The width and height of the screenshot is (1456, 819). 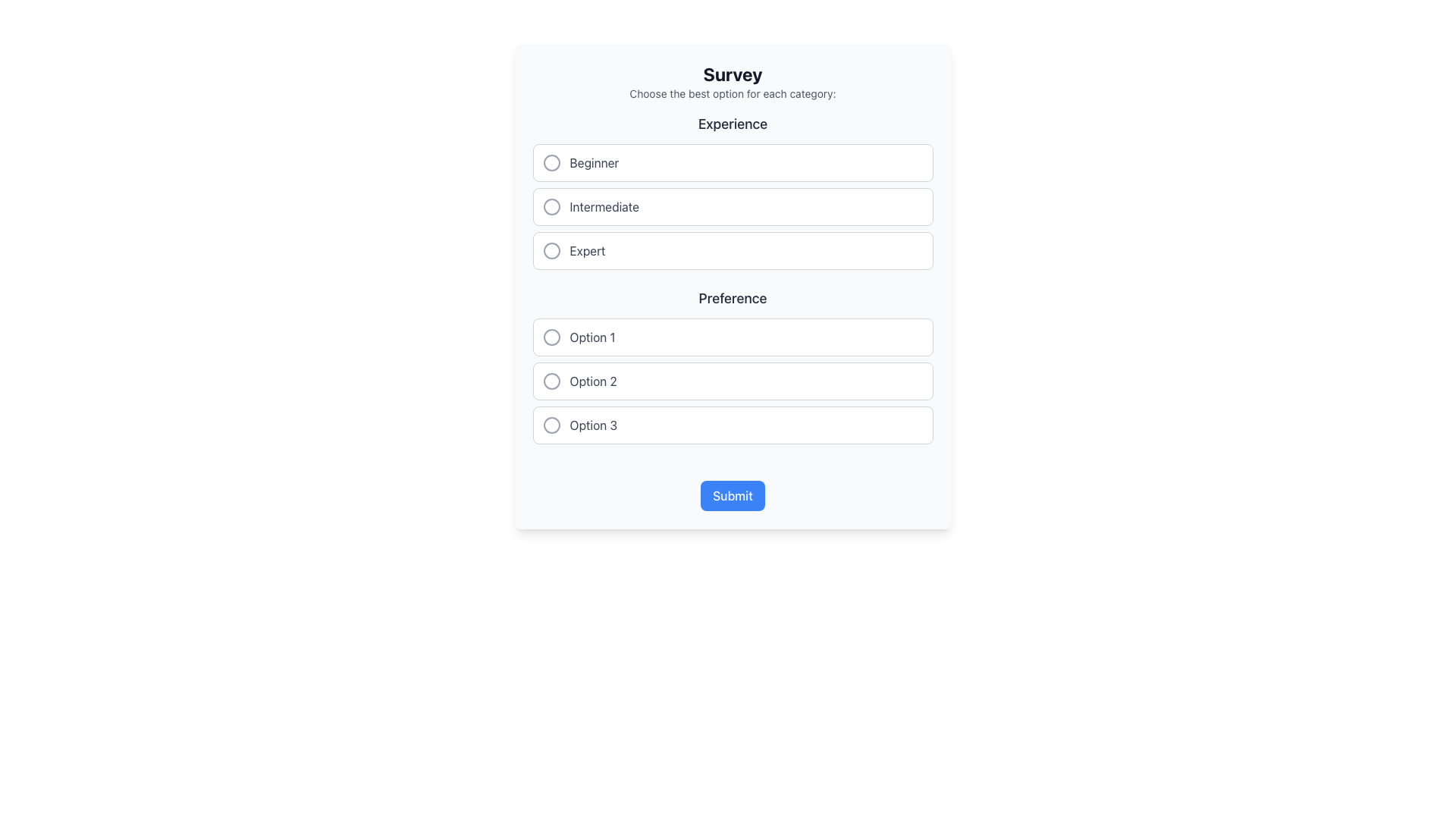 I want to click on the unselected radio button labeled 'Expert' in the Experience section of the survey interface, so click(x=551, y=250).